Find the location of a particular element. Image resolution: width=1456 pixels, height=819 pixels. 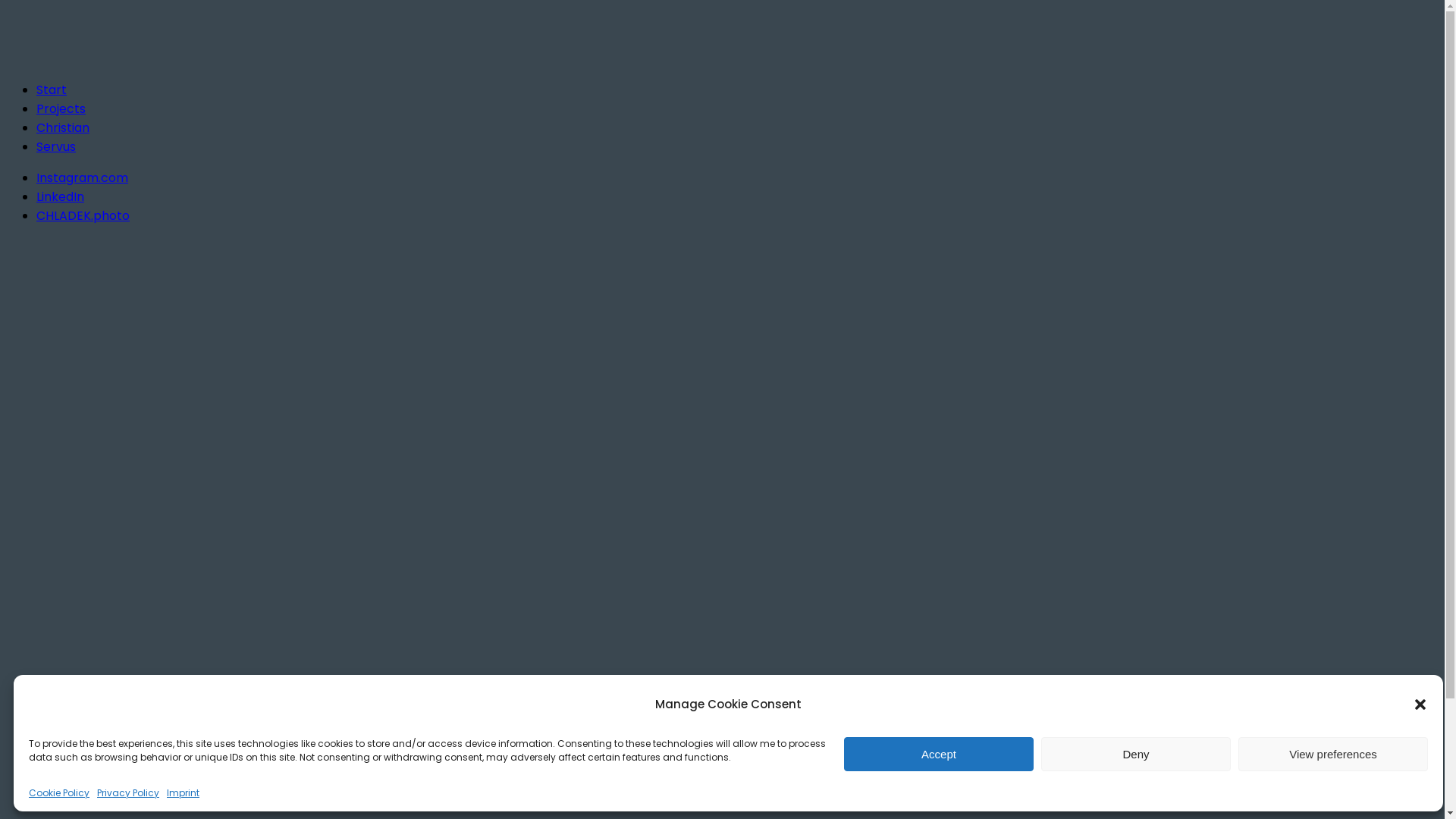

'Privacy Policy' is located at coordinates (127, 792).